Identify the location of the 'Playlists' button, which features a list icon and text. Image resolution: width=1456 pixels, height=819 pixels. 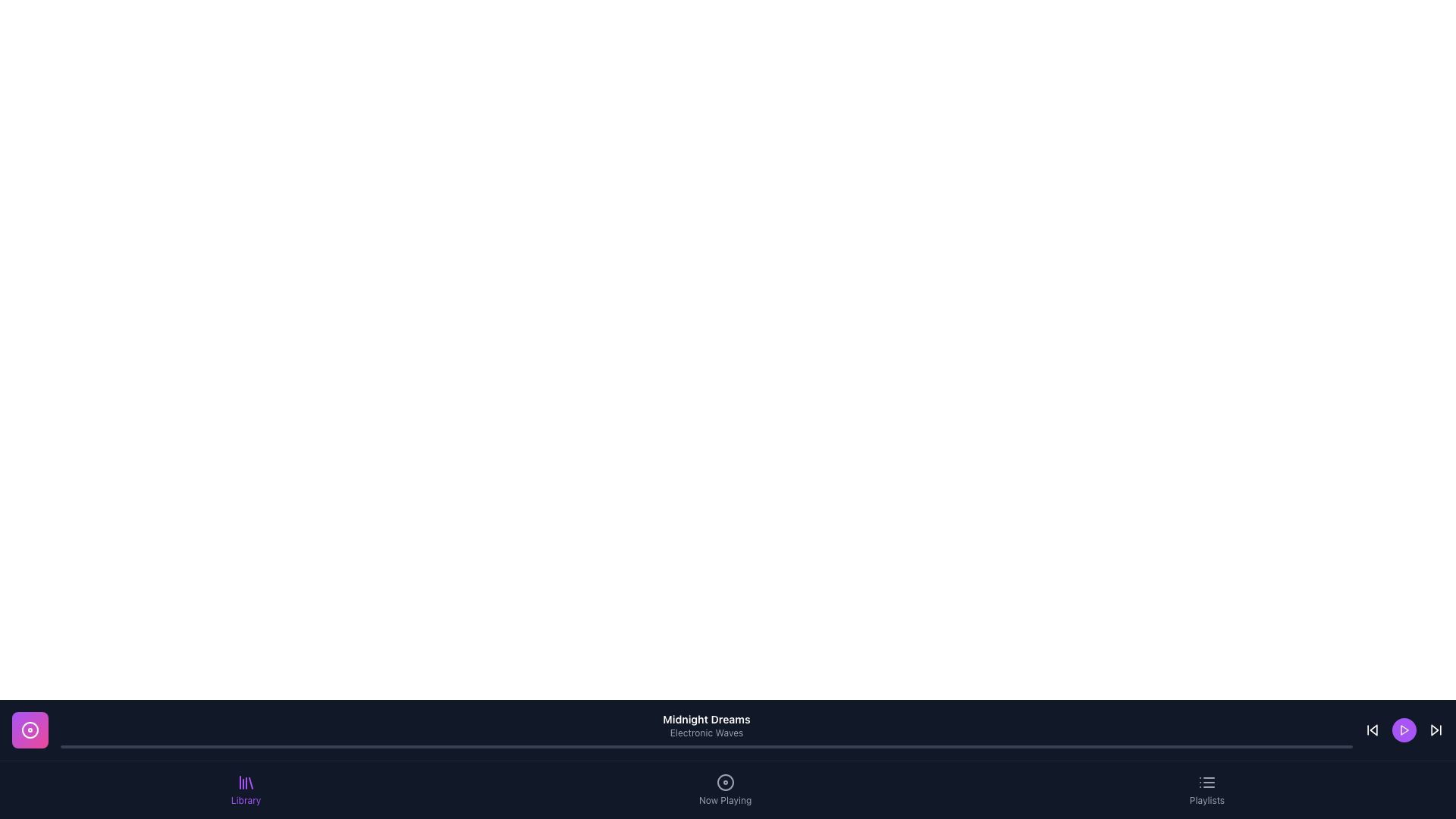
(1207, 789).